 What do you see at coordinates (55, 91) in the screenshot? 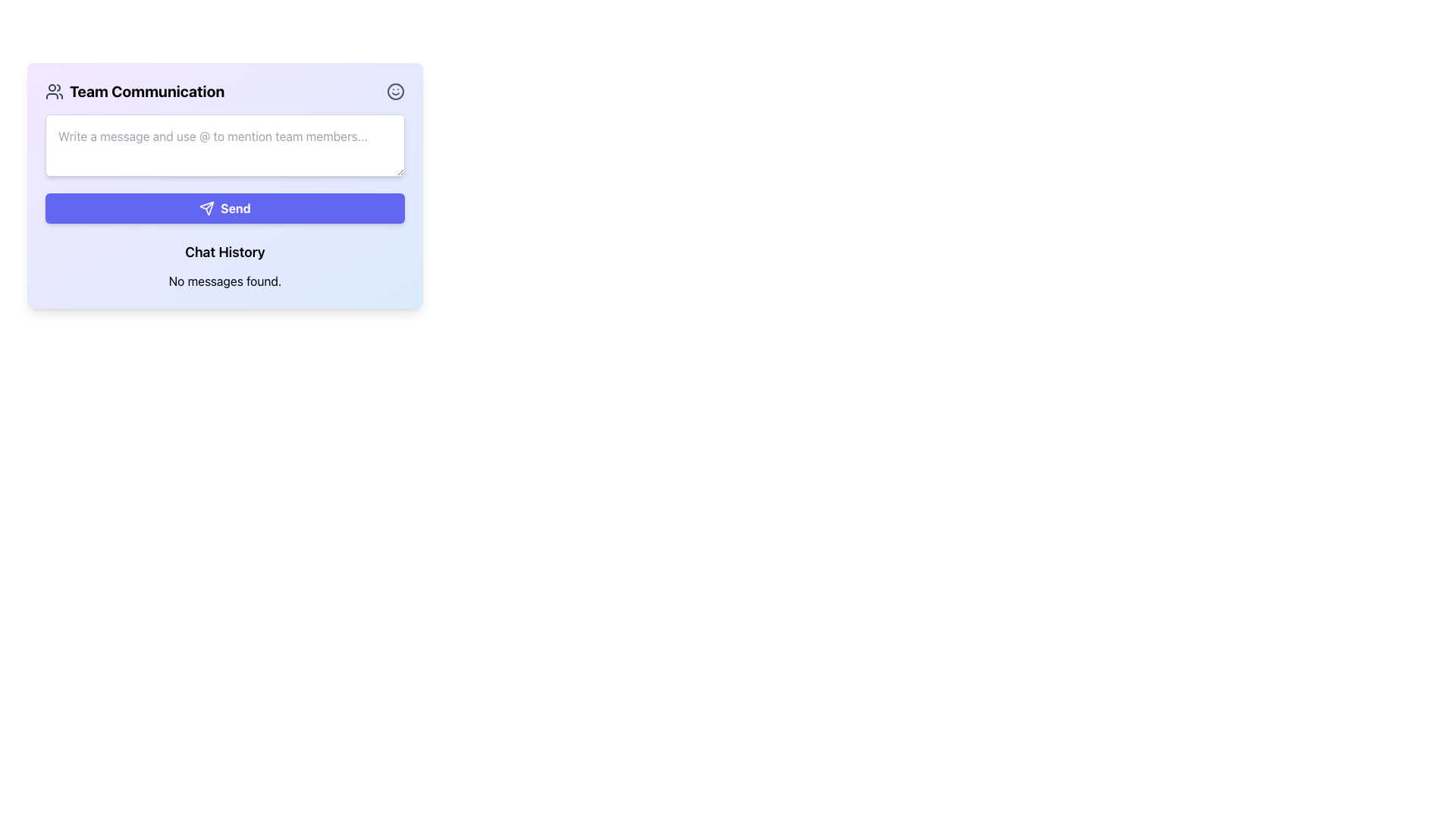
I see `the icon depicting a group of users` at bounding box center [55, 91].